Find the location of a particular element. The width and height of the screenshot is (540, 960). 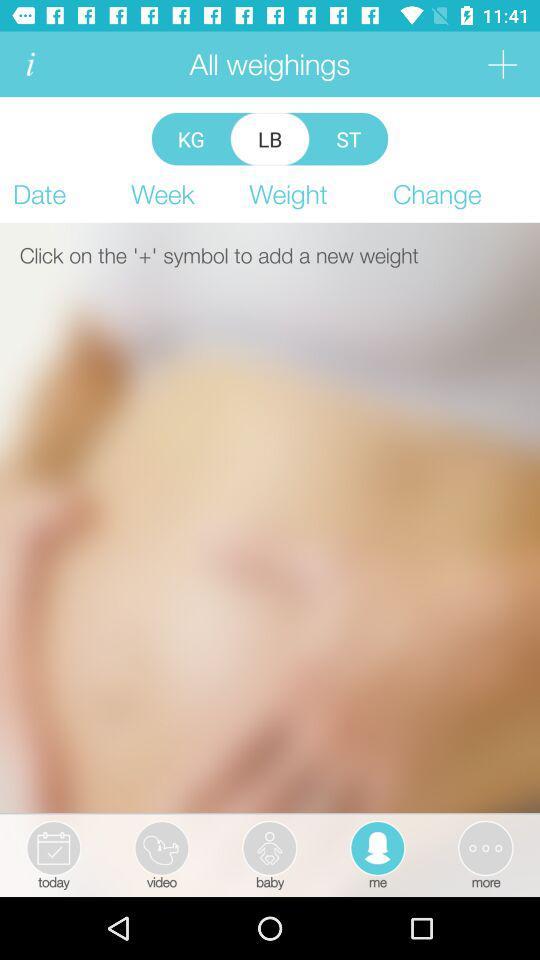

the radio button to the left of lb radio button is located at coordinates (191, 138).